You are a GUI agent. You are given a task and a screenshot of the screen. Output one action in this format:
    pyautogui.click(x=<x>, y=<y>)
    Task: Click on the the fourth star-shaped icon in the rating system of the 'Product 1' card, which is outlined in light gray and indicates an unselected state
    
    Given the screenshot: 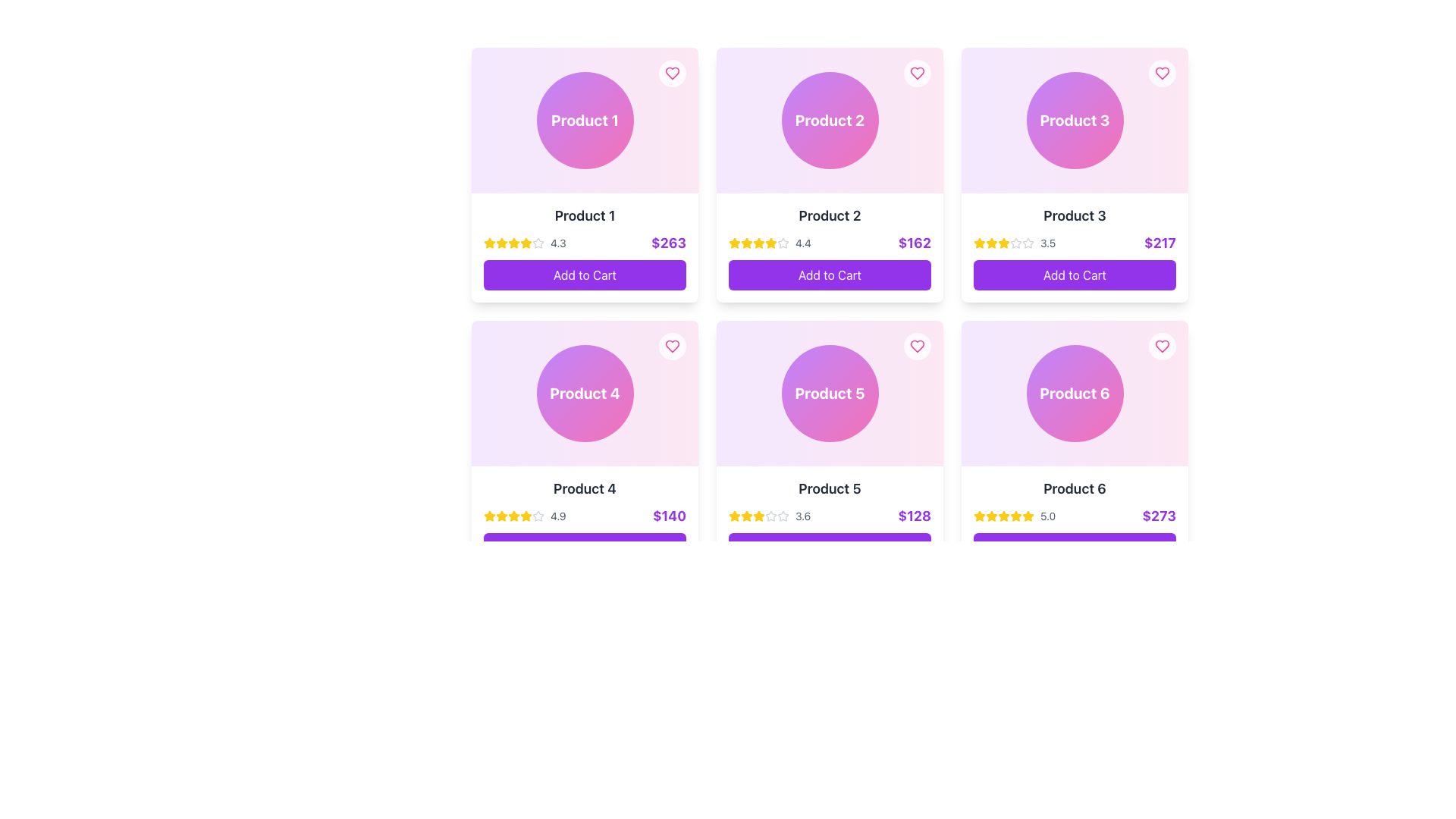 What is the action you would take?
    pyautogui.click(x=538, y=242)
    